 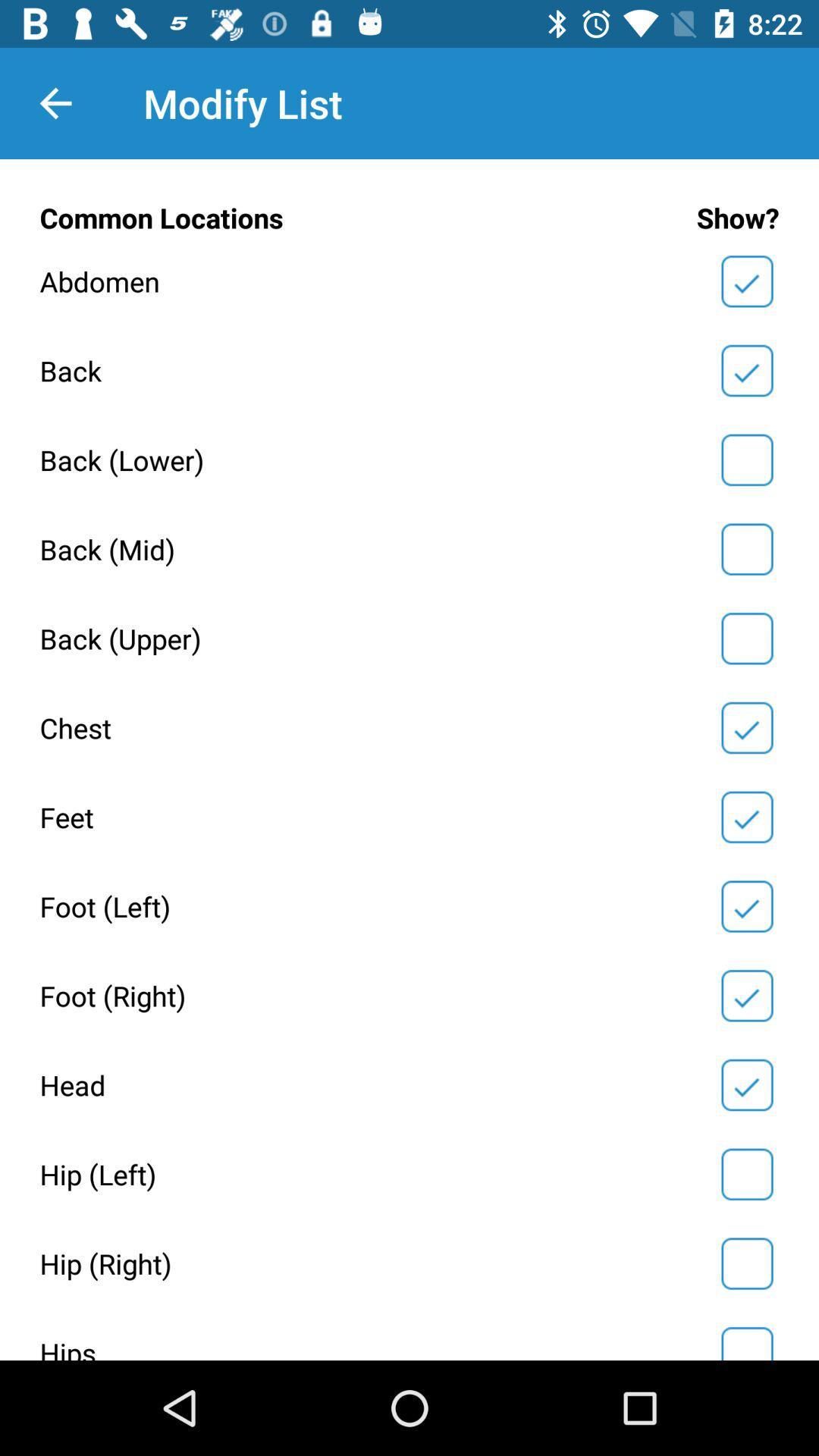 What do you see at coordinates (746, 1084) in the screenshot?
I see `head` at bounding box center [746, 1084].